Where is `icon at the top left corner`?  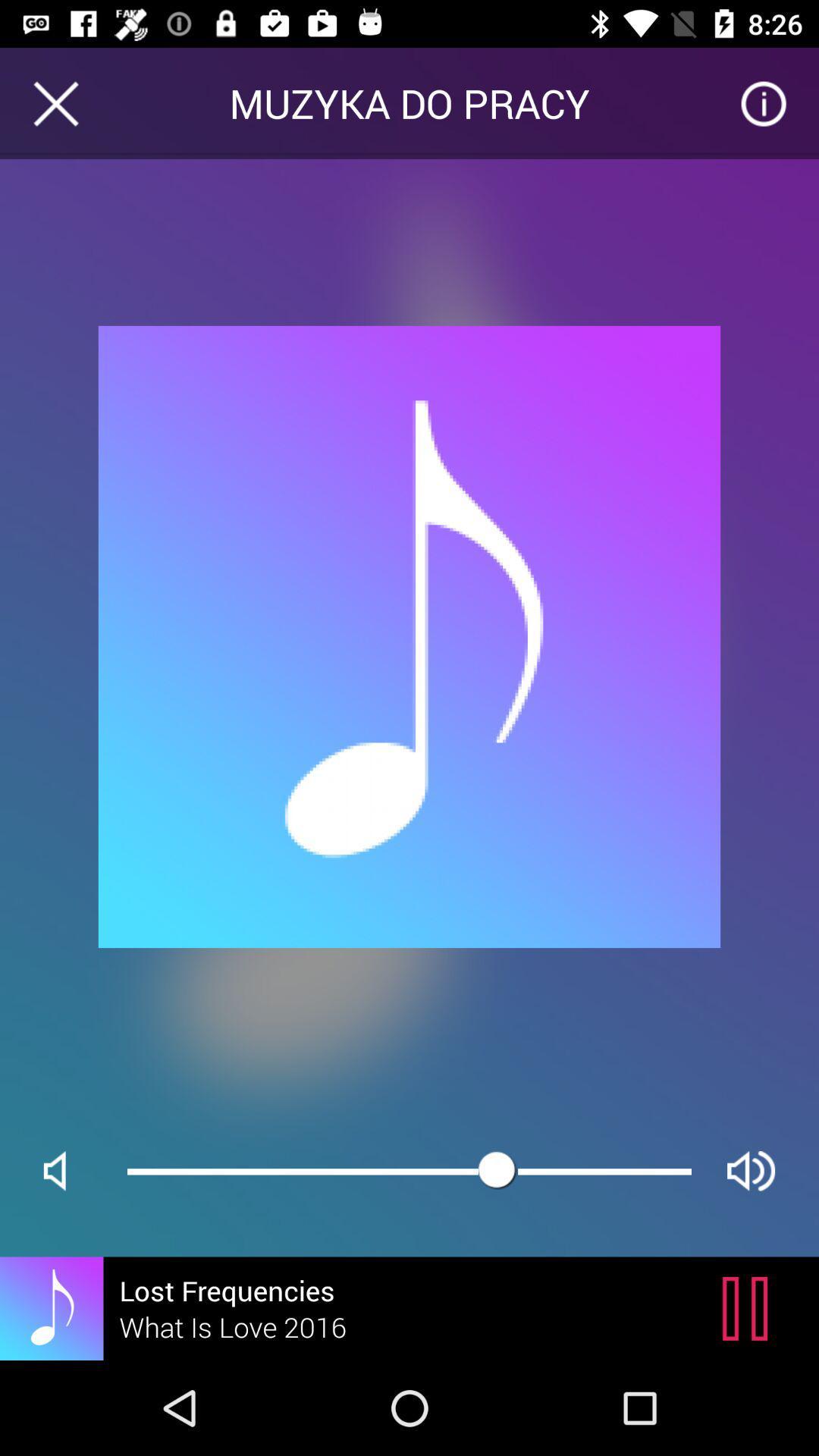 icon at the top left corner is located at coordinates (55, 102).